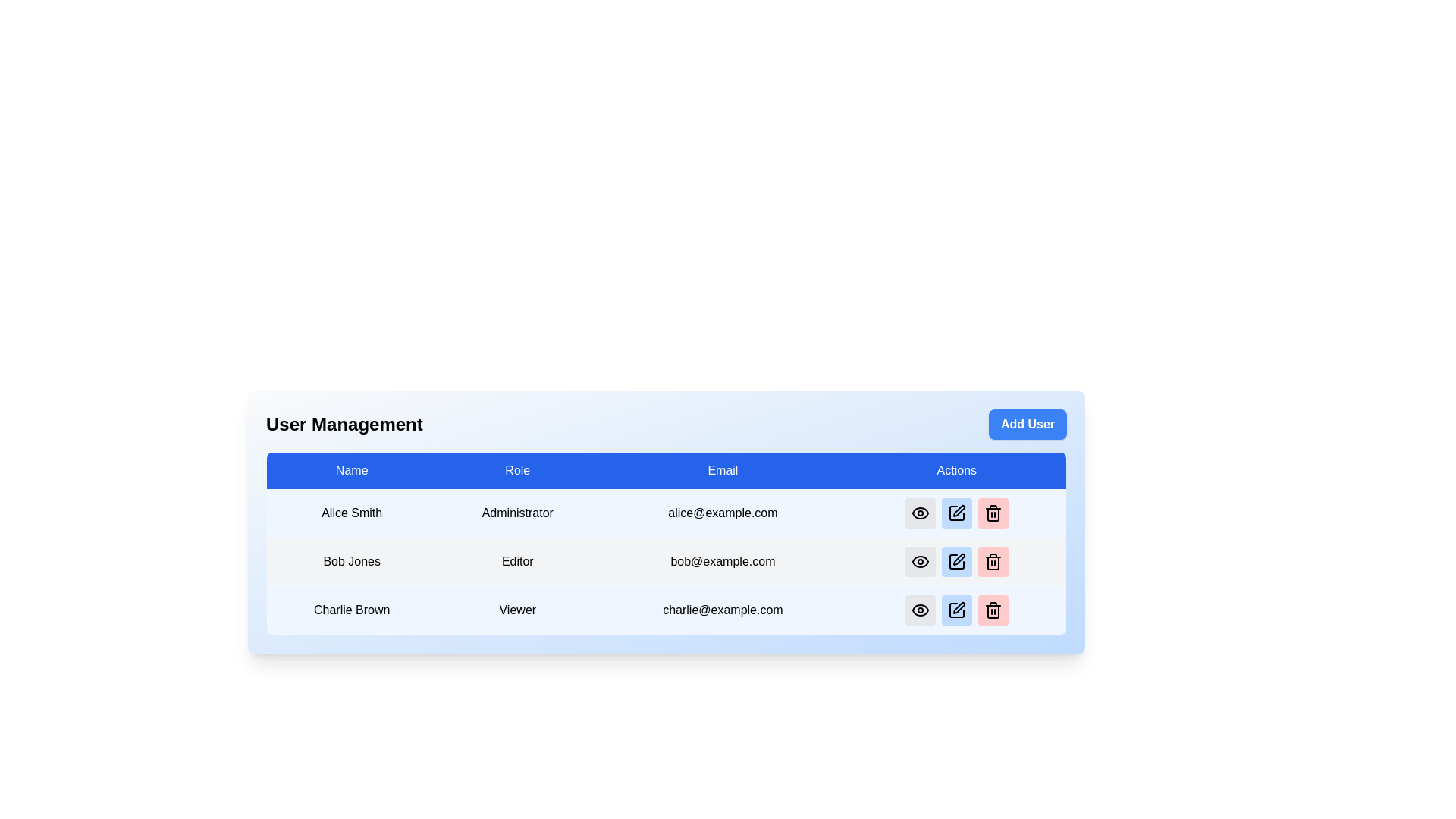 Image resolution: width=1456 pixels, height=819 pixels. What do you see at coordinates (955, 513) in the screenshot?
I see `the edit icon button located in the 'Actions' column of the first row in the user list table` at bounding box center [955, 513].